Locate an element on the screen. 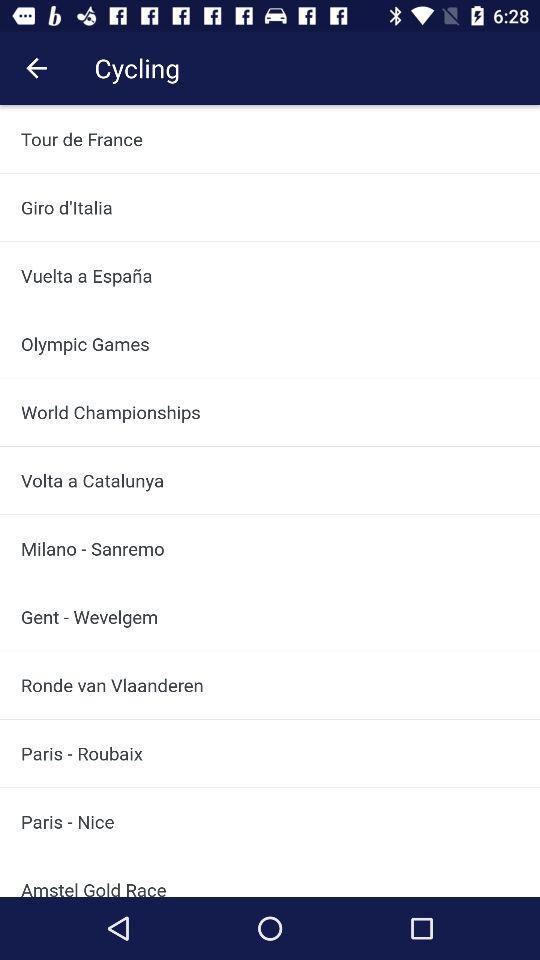 The width and height of the screenshot is (540, 960). the icon next to the cycling is located at coordinates (36, 68).